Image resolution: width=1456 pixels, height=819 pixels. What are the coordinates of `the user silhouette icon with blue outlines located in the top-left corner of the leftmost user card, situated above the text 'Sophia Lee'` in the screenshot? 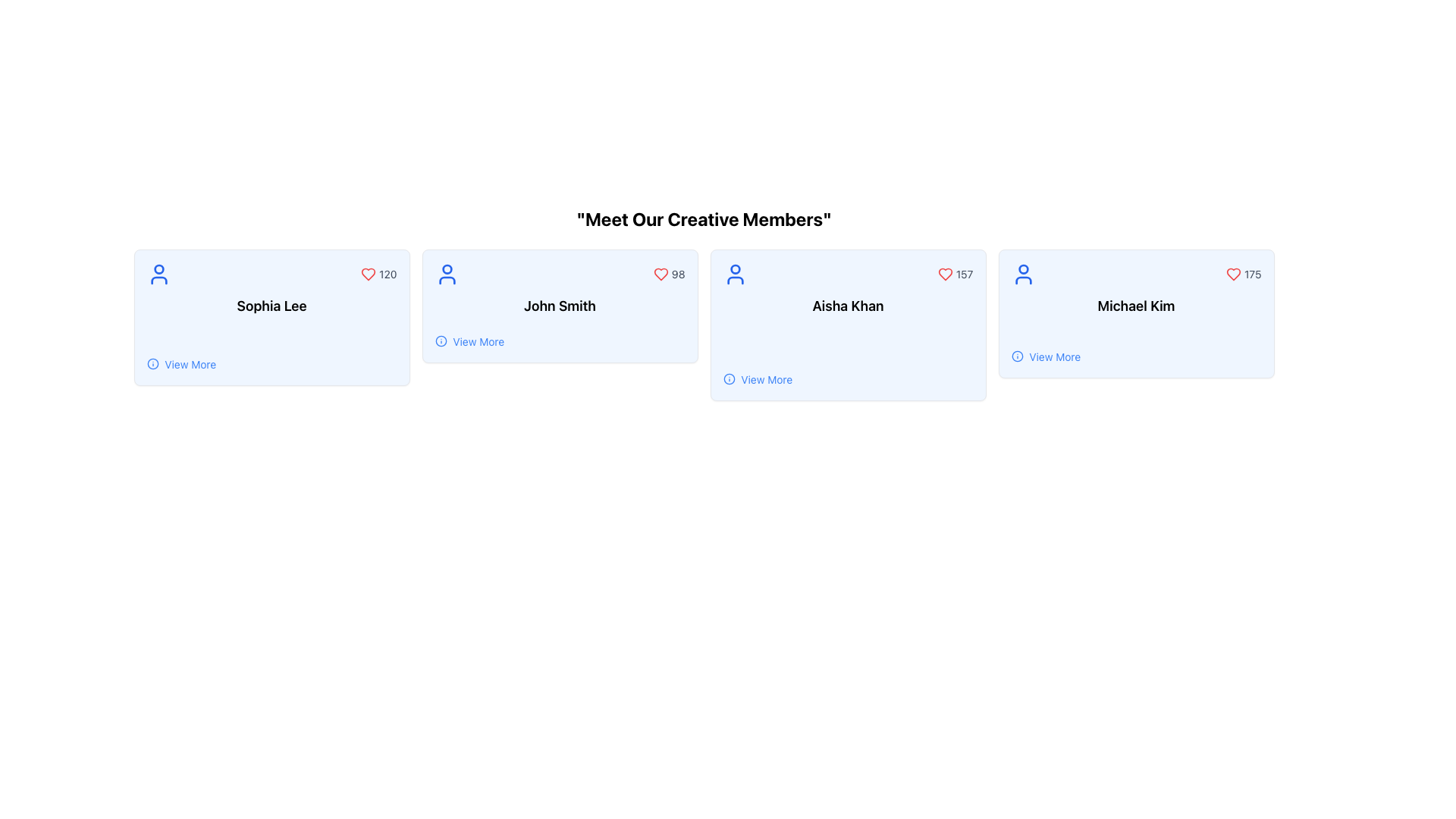 It's located at (158, 275).